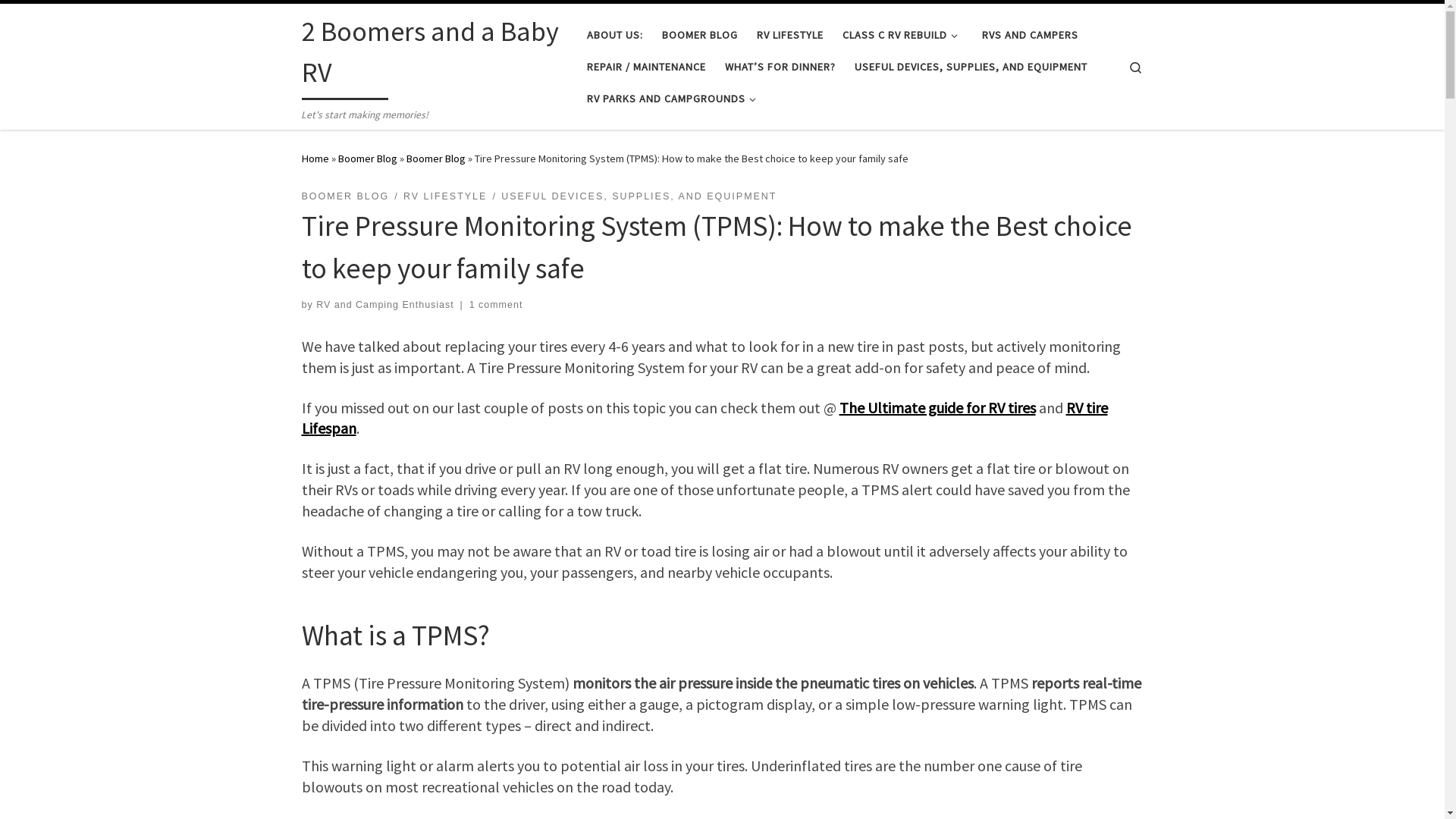 The height and width of the screenshot is (819, 1456). I want to click on '1 comment', so click(496, 304).